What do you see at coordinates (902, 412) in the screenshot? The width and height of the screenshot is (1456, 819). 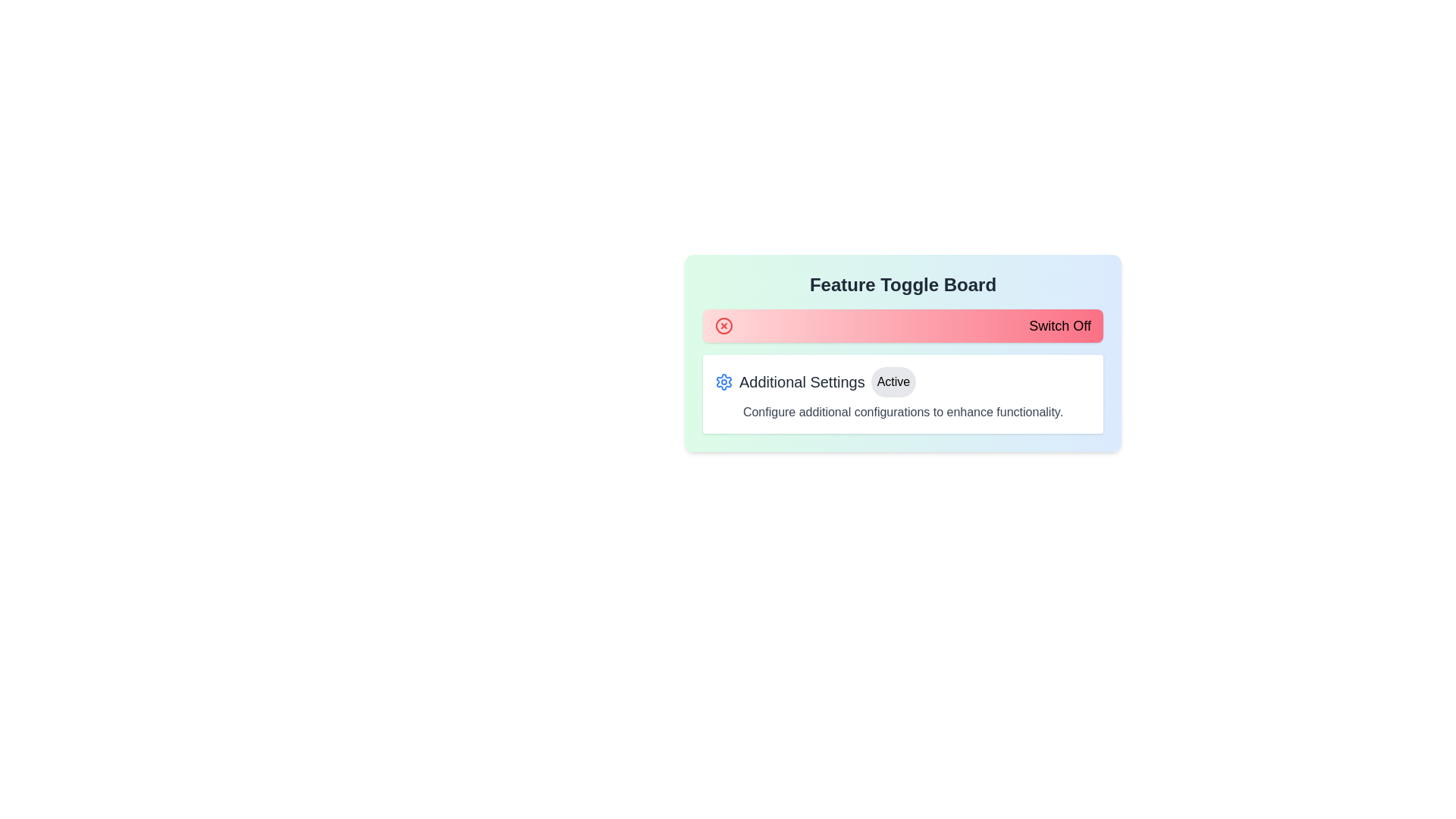 I see `the text element that reads 'Configure additional configurations to enhance functionality.' which is styled in gray and located below the 'Additional Settings' title` at bounding box center [902, 412].